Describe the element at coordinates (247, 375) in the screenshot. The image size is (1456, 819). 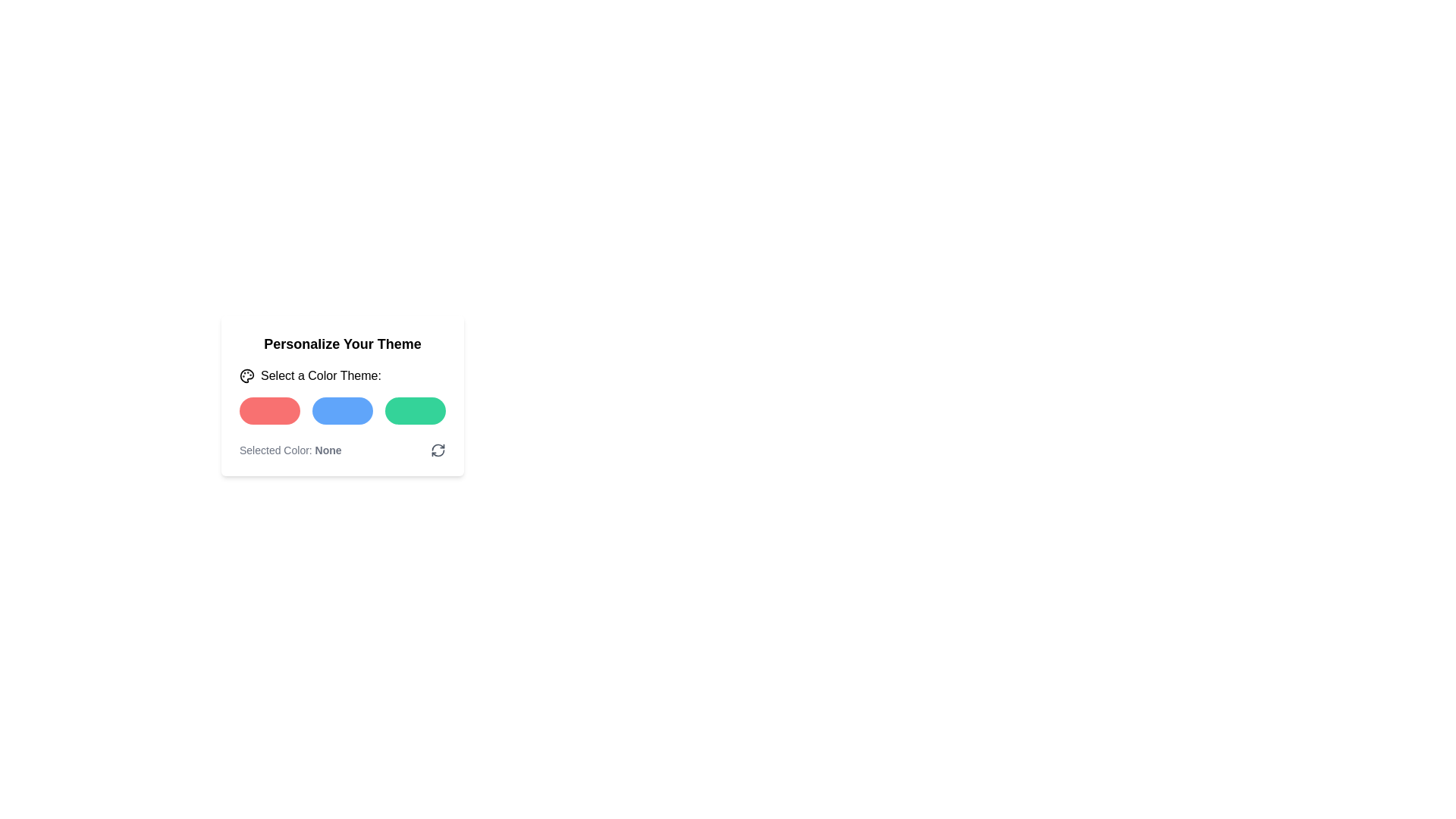
I see `the decorative icon located in the top-left corner of the card associated with 'Personalize Your Theme'` at that location.